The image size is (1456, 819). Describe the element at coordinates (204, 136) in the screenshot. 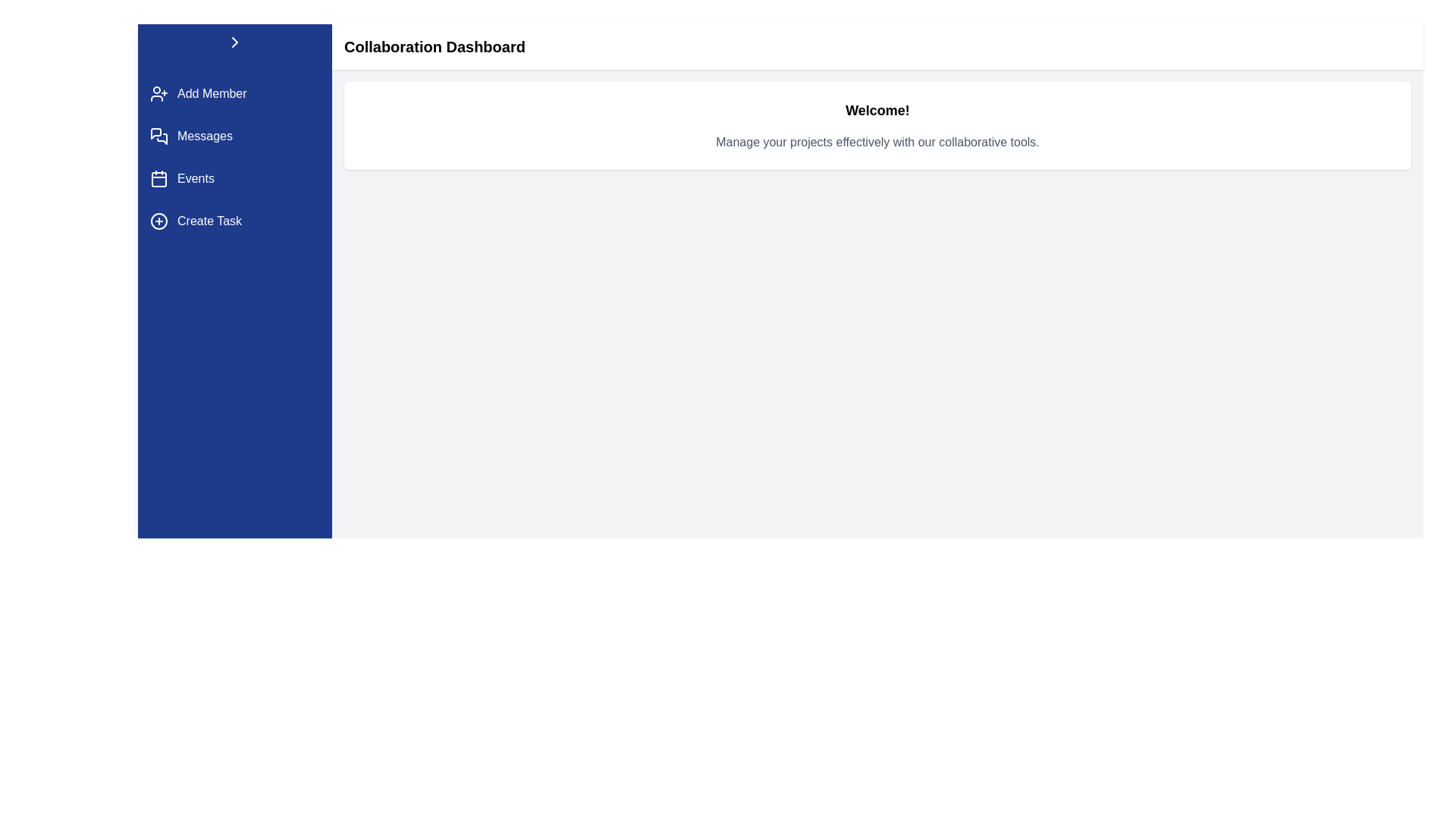

I see `the clickable text label for navigating to the 'Messages' section in the sidebar menu` at that location.